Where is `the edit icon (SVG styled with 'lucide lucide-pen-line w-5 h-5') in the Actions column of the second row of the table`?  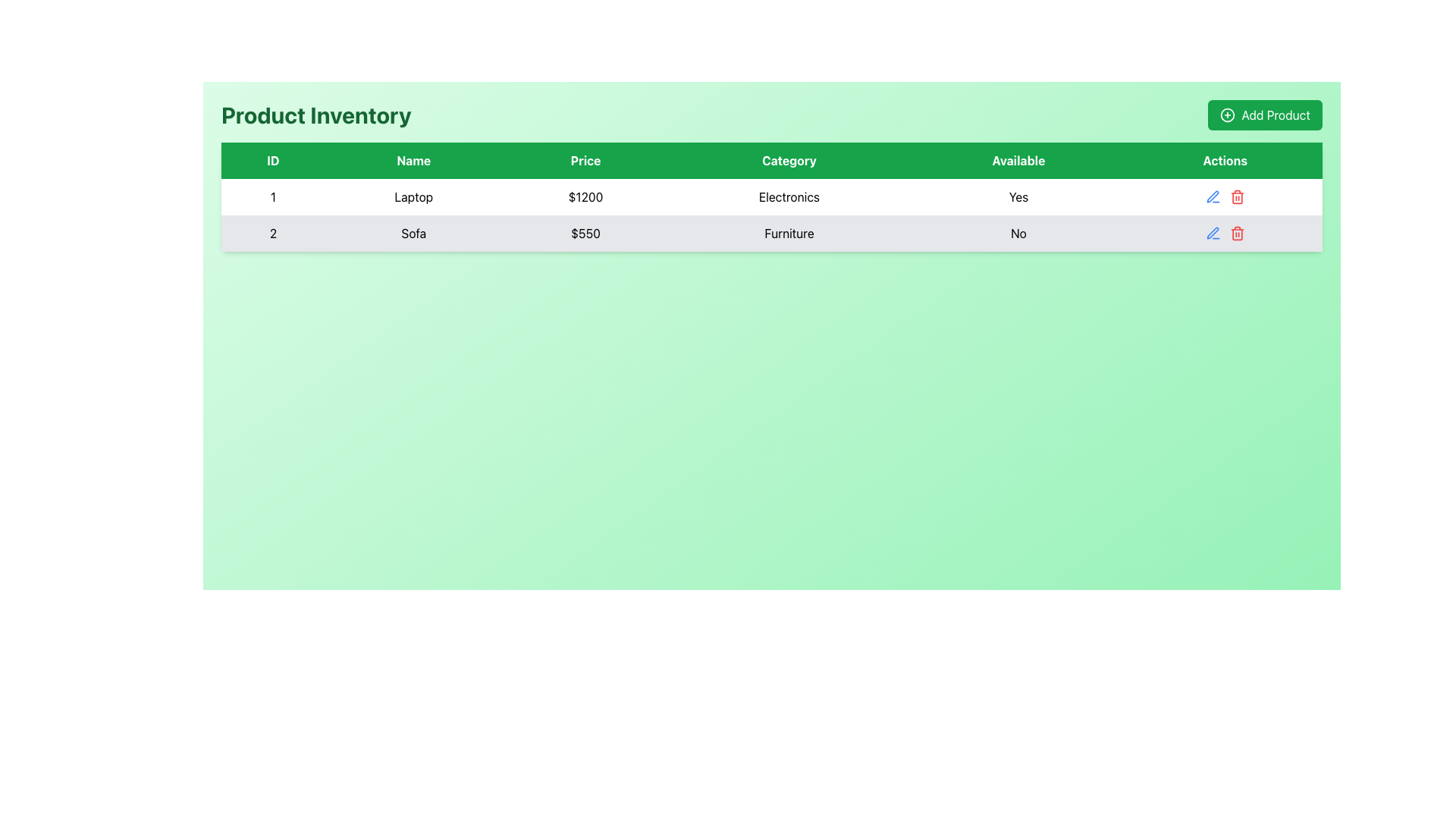 the edit icon (SVG styled with 'lucide lucide-pen-line w-5 h-5') in the Actions column of the second row of the table is located at coordinates (1212, 196).